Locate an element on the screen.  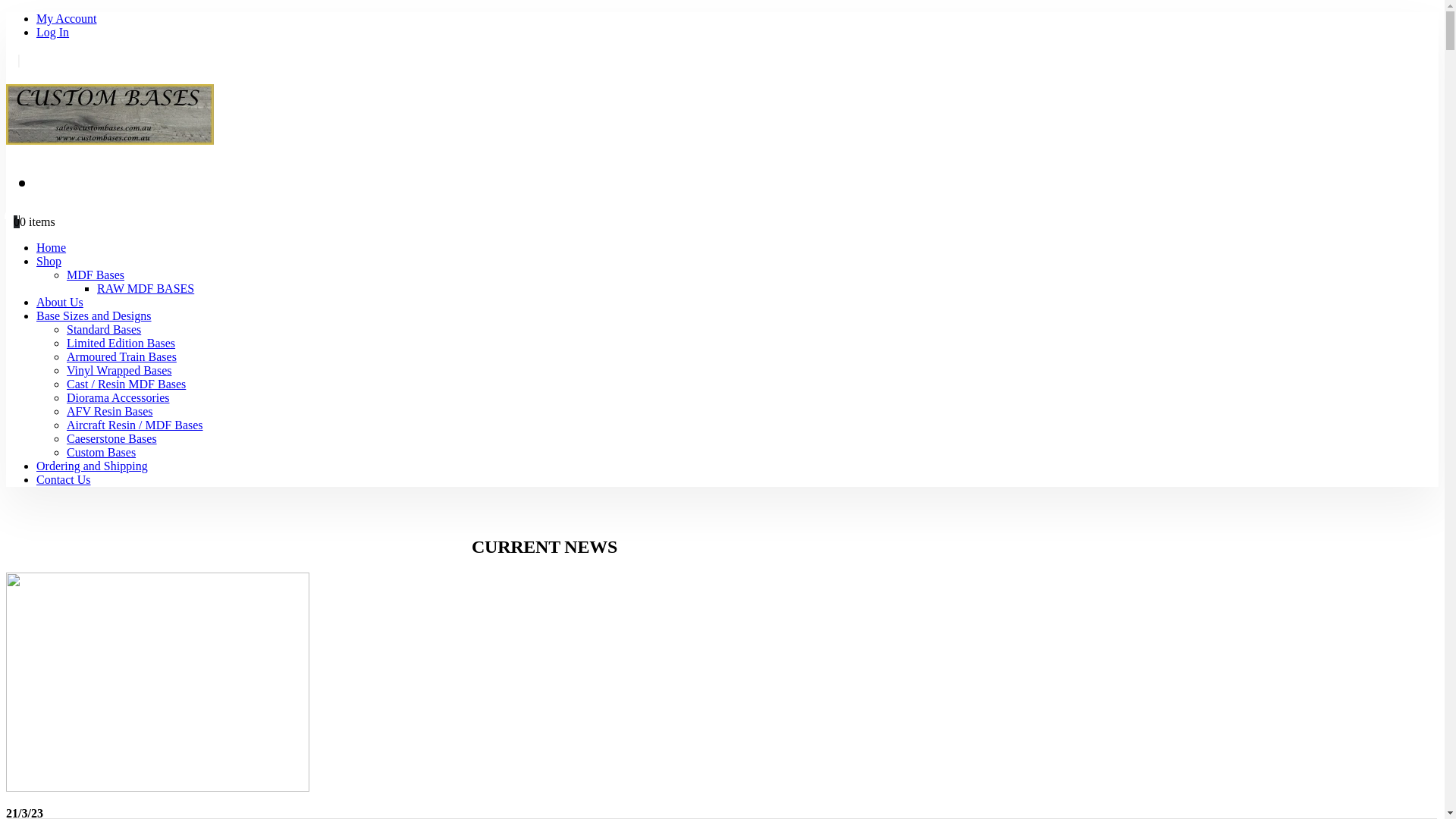
'Vinyl Wrapped Bases' is located at coordinates (65, 370).